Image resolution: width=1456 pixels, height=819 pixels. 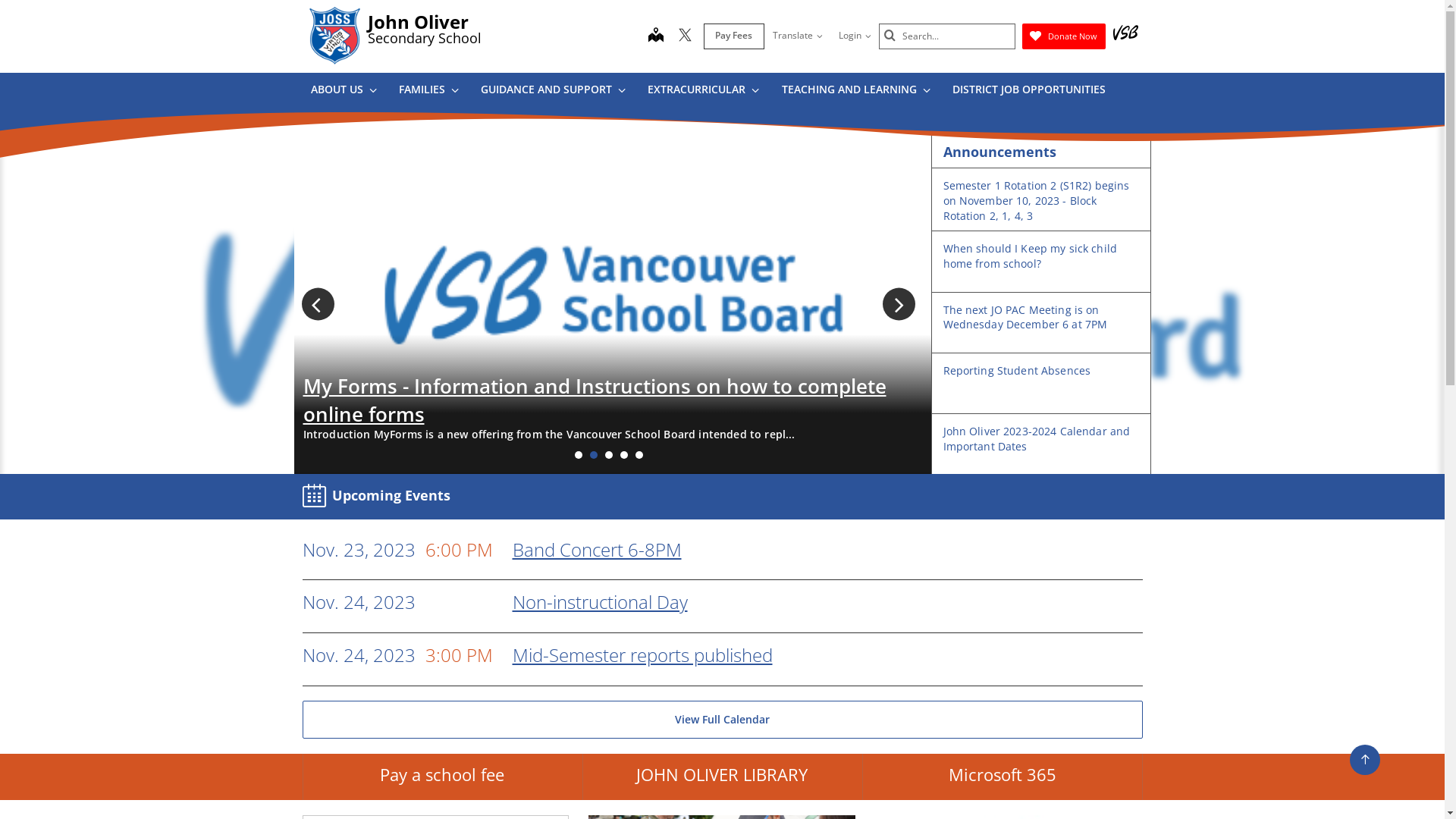 What do you see at coordinates (854, 35) in the screenshot?
I see `'Login'` at bounding box center [854, 35].